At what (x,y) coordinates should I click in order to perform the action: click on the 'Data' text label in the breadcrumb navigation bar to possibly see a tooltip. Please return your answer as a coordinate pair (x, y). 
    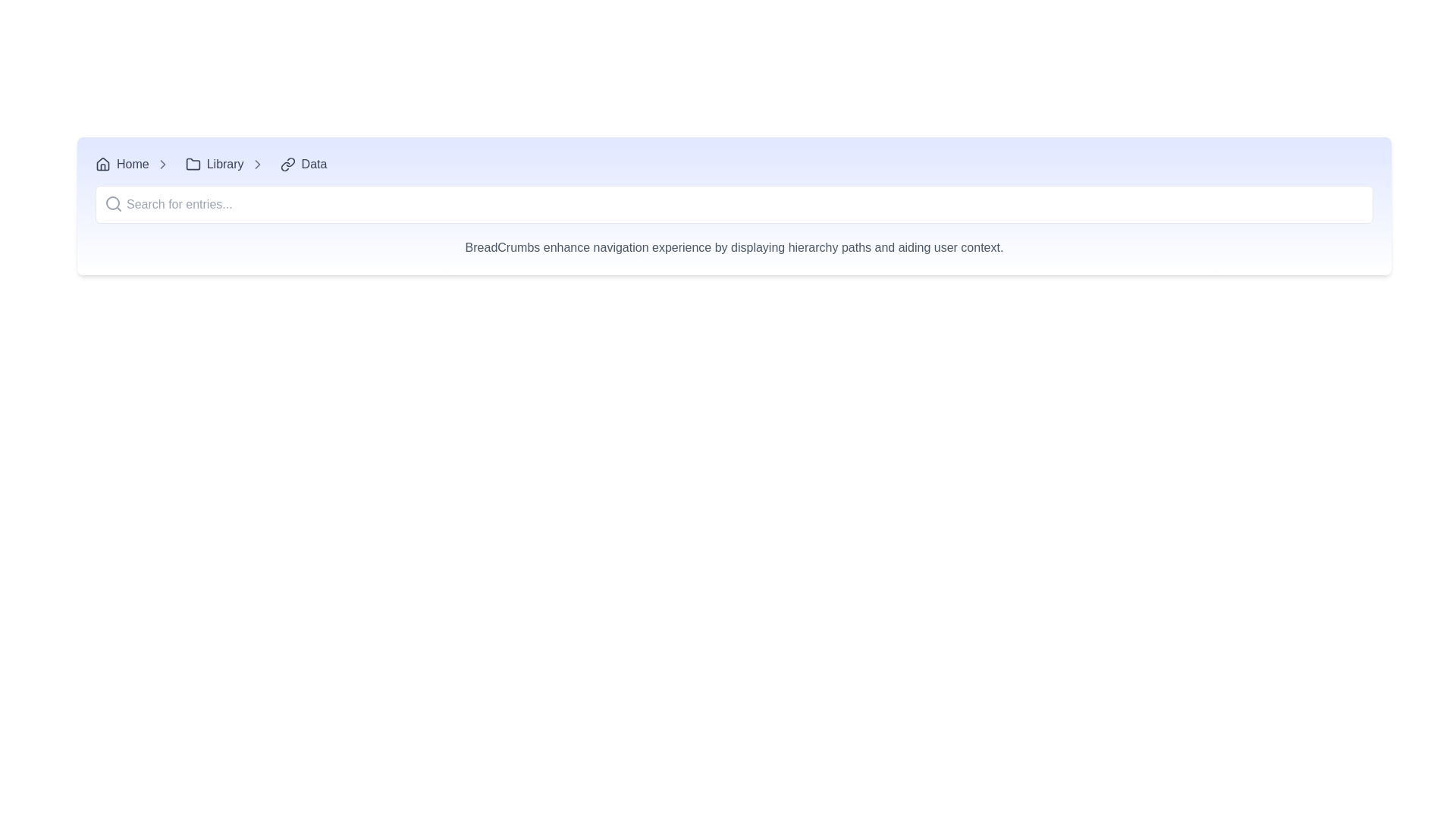
    Looking at the image, I should click on (313, 164).